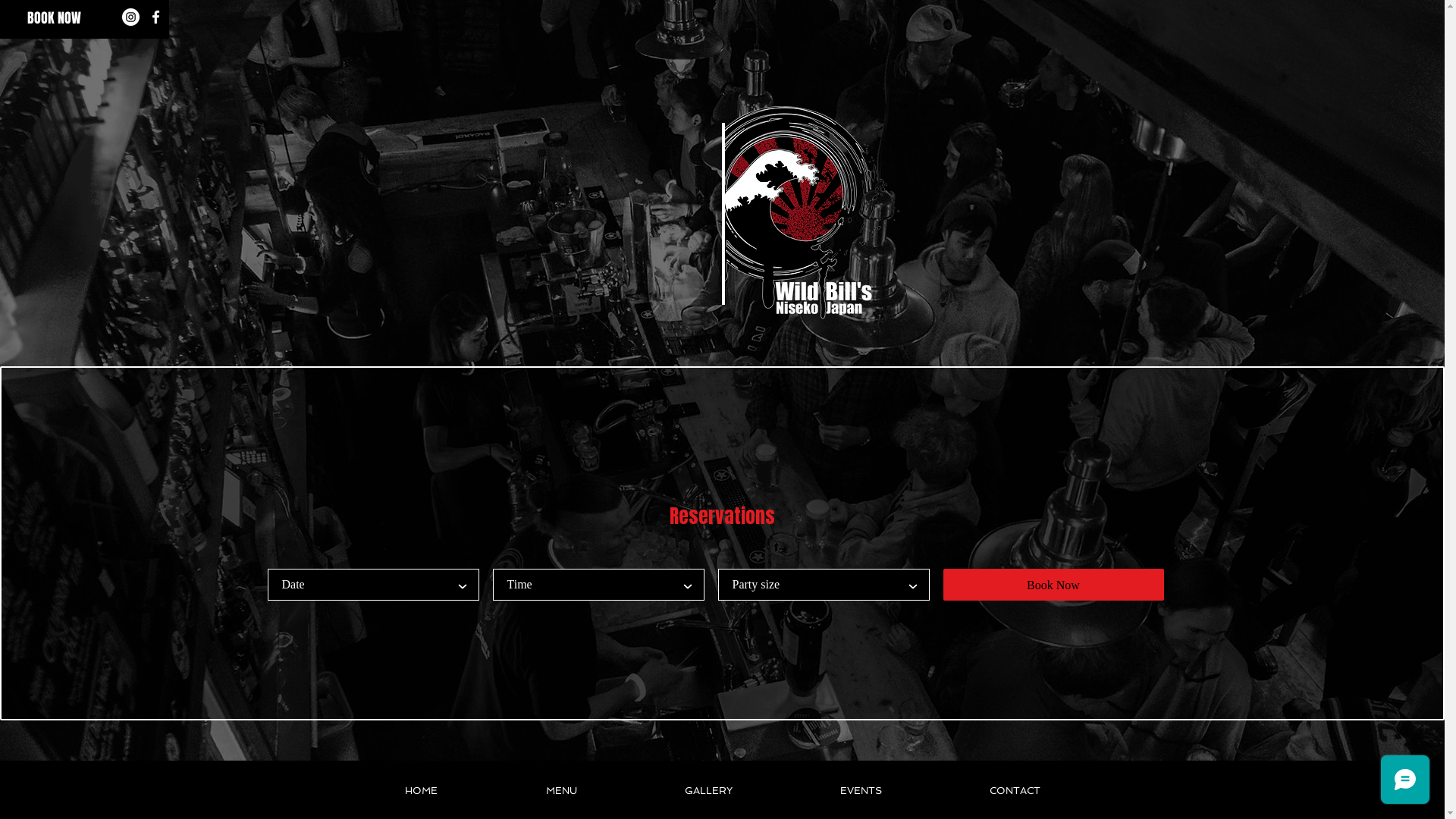 The height and width of the screenshot is (819, 1456). Describe the element at coordinates (54, 18) in the screenshot. I see `'BOOK NOW'` at that location.